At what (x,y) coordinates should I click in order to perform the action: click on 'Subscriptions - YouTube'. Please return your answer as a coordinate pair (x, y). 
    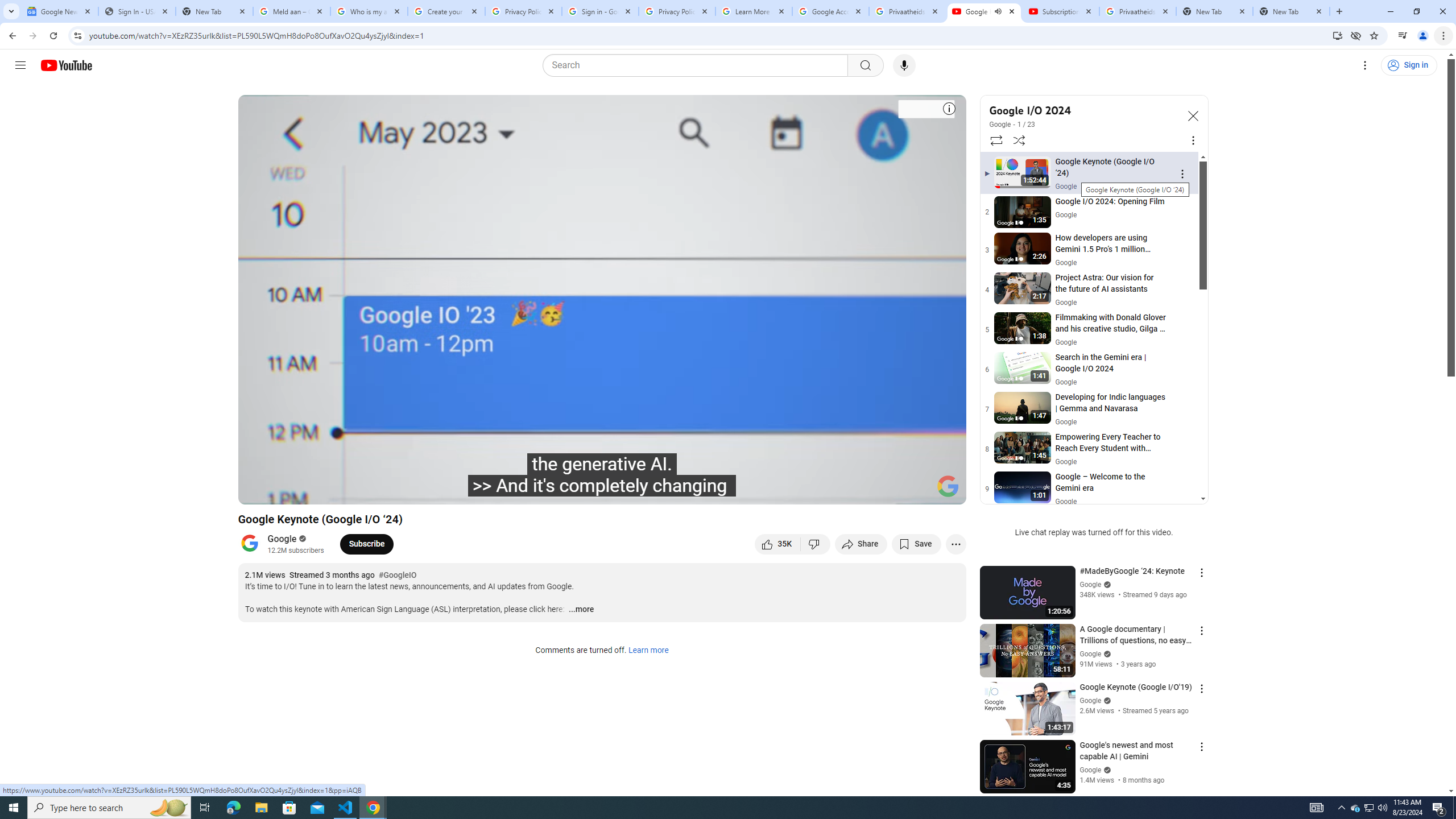
    Looking at the image, I should click on (1061, 11).